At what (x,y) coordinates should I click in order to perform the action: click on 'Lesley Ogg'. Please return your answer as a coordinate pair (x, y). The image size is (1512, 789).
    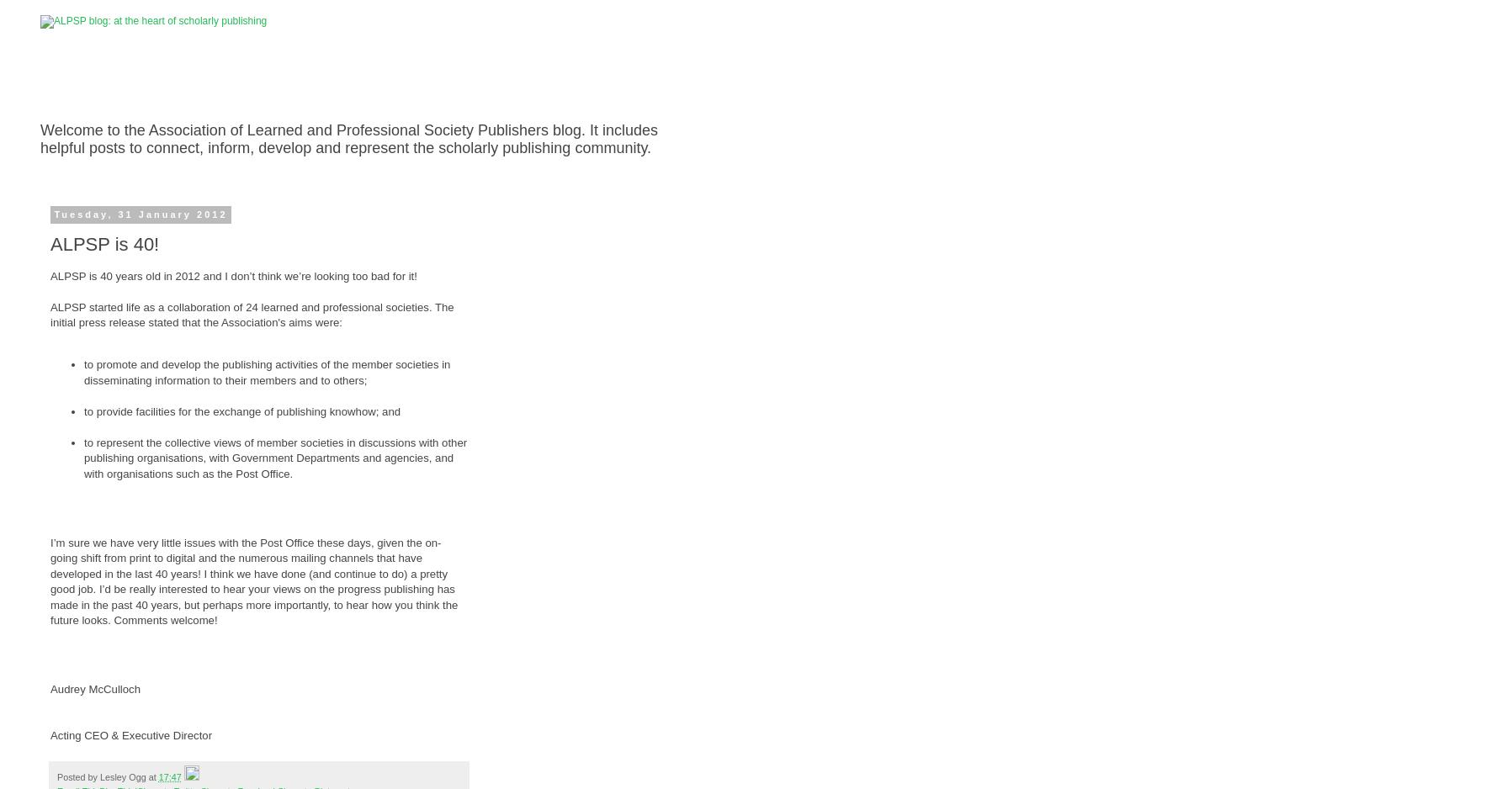
    Looking at the image, I should click on (121, 775).